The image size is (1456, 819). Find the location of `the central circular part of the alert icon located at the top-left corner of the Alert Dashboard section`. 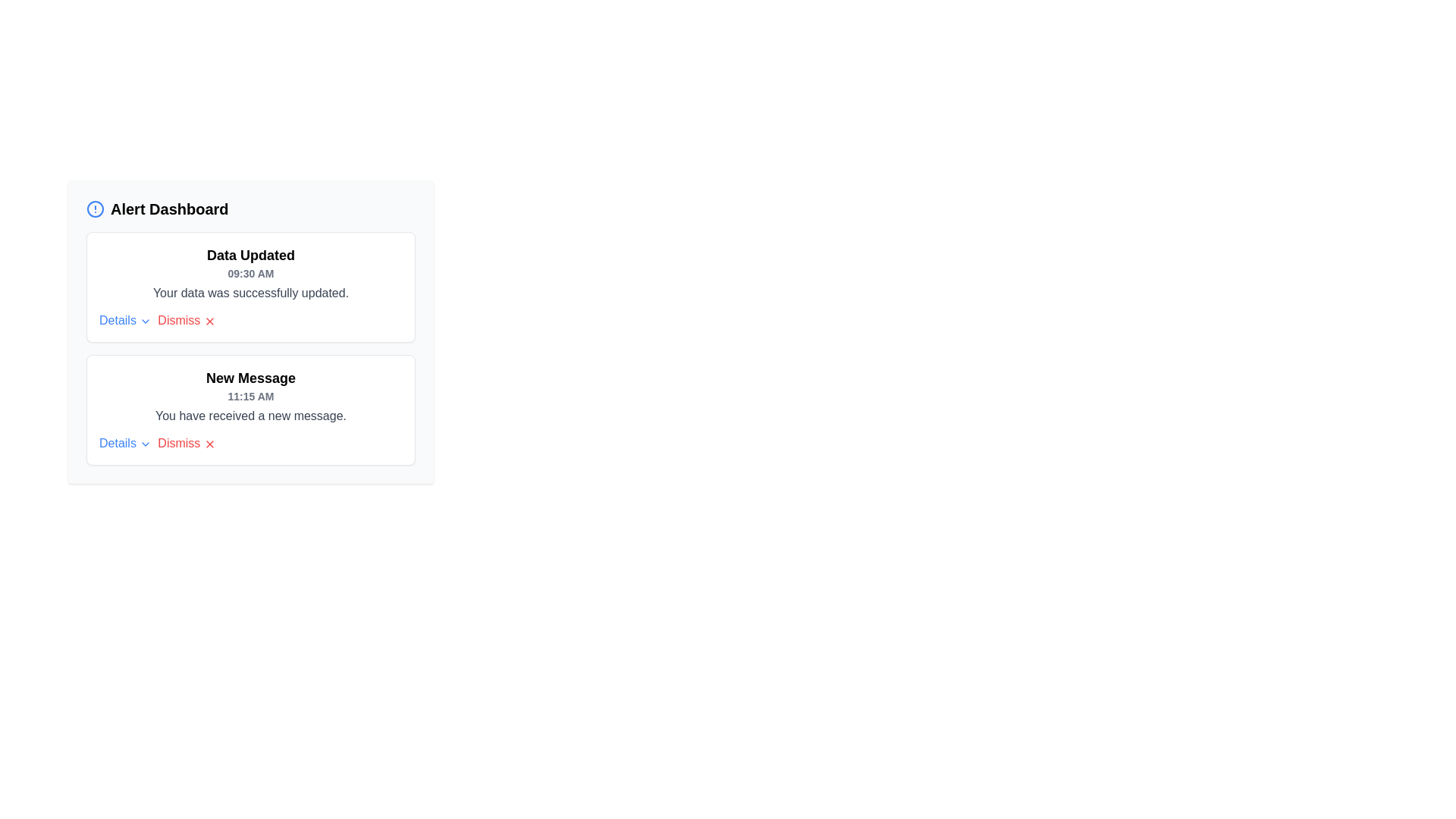

the central circular part of the alert icon located at the top-left corner of the Alert Dashboard section is located at coordinates (94, 209).